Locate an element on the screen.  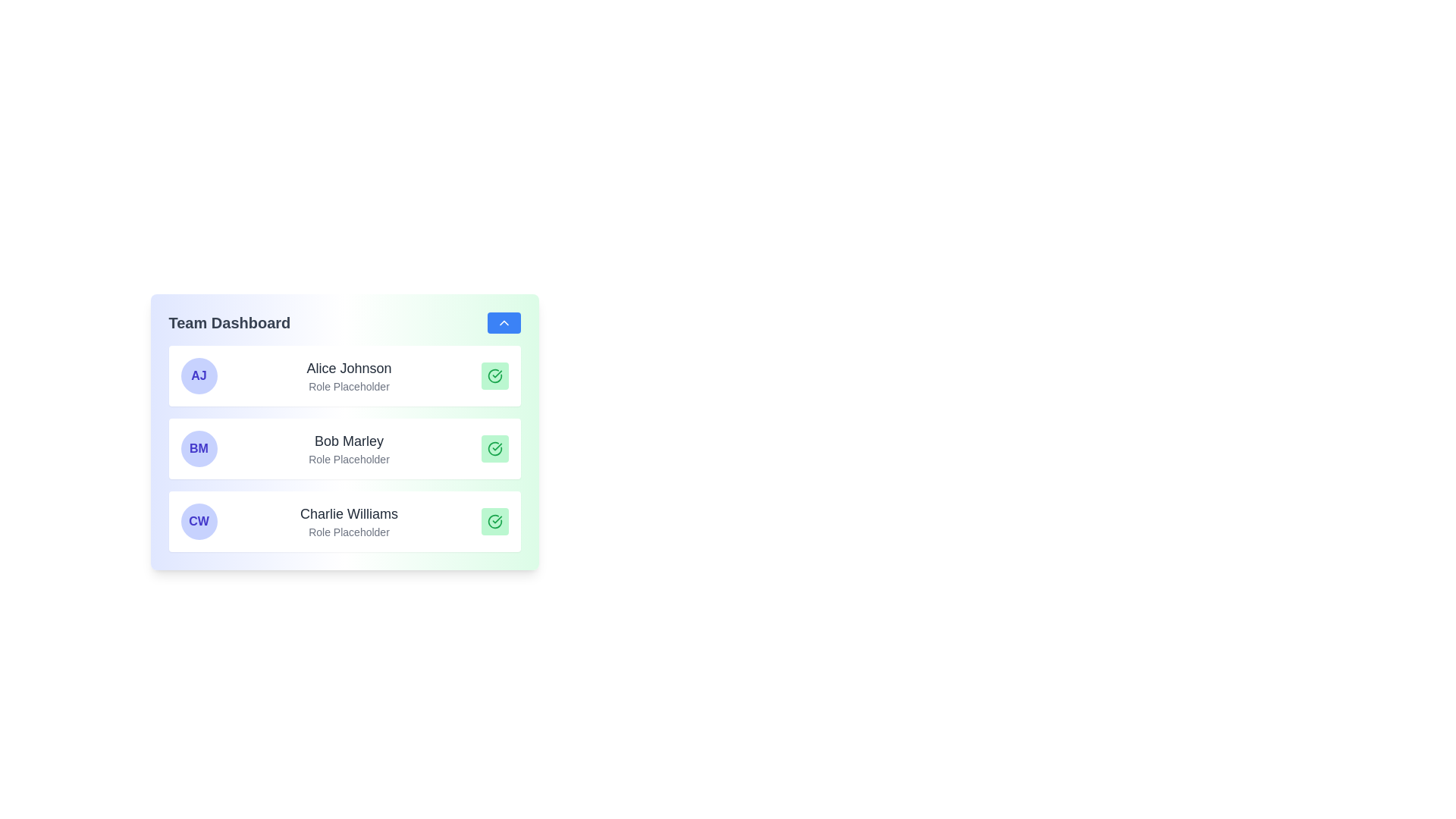
text content of the label associated with 'Bob Marley', located in the second row of a three-row list, aligned left is located at coordinates (348, 458).